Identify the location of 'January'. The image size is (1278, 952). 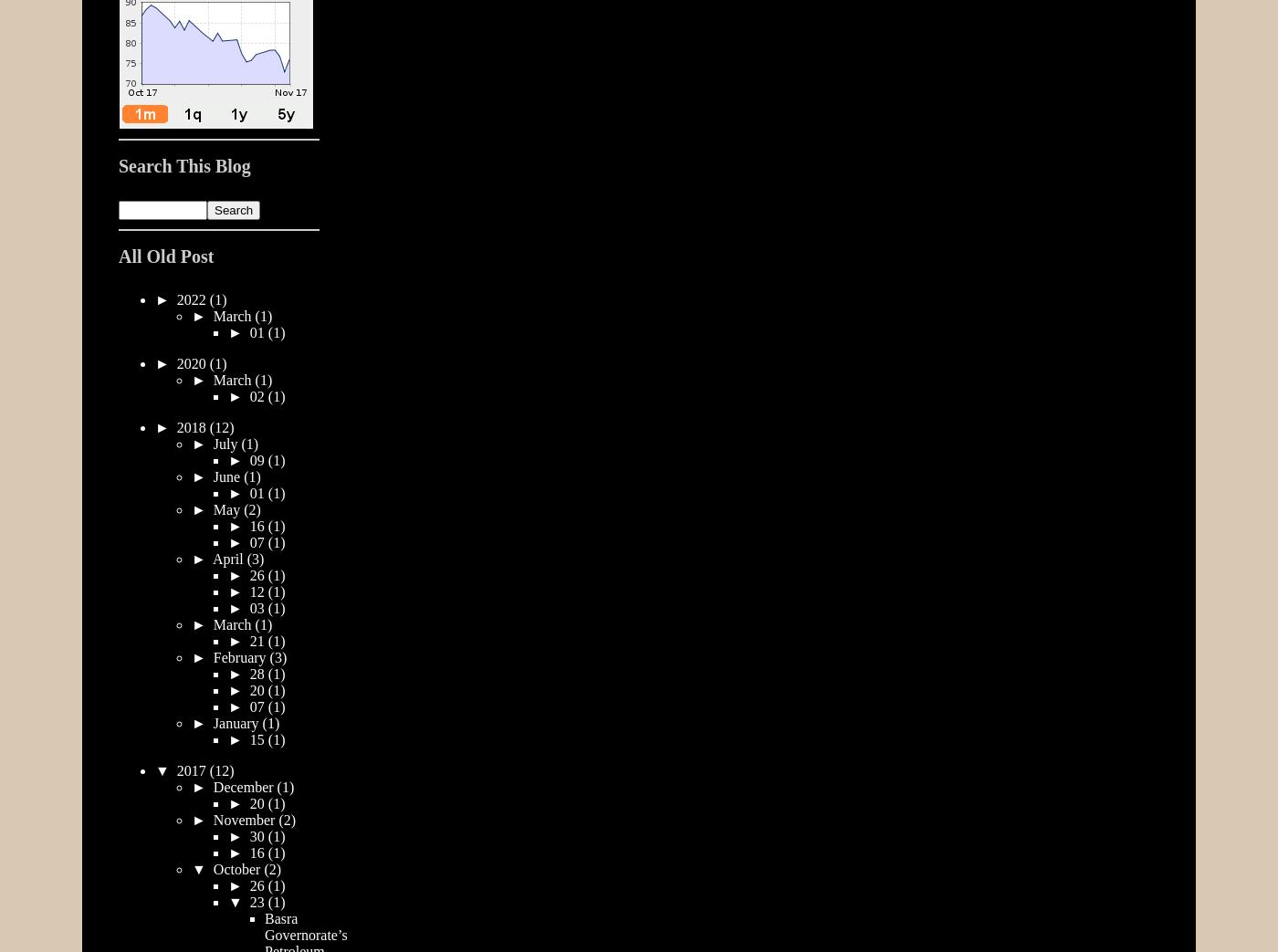
(236, 721).